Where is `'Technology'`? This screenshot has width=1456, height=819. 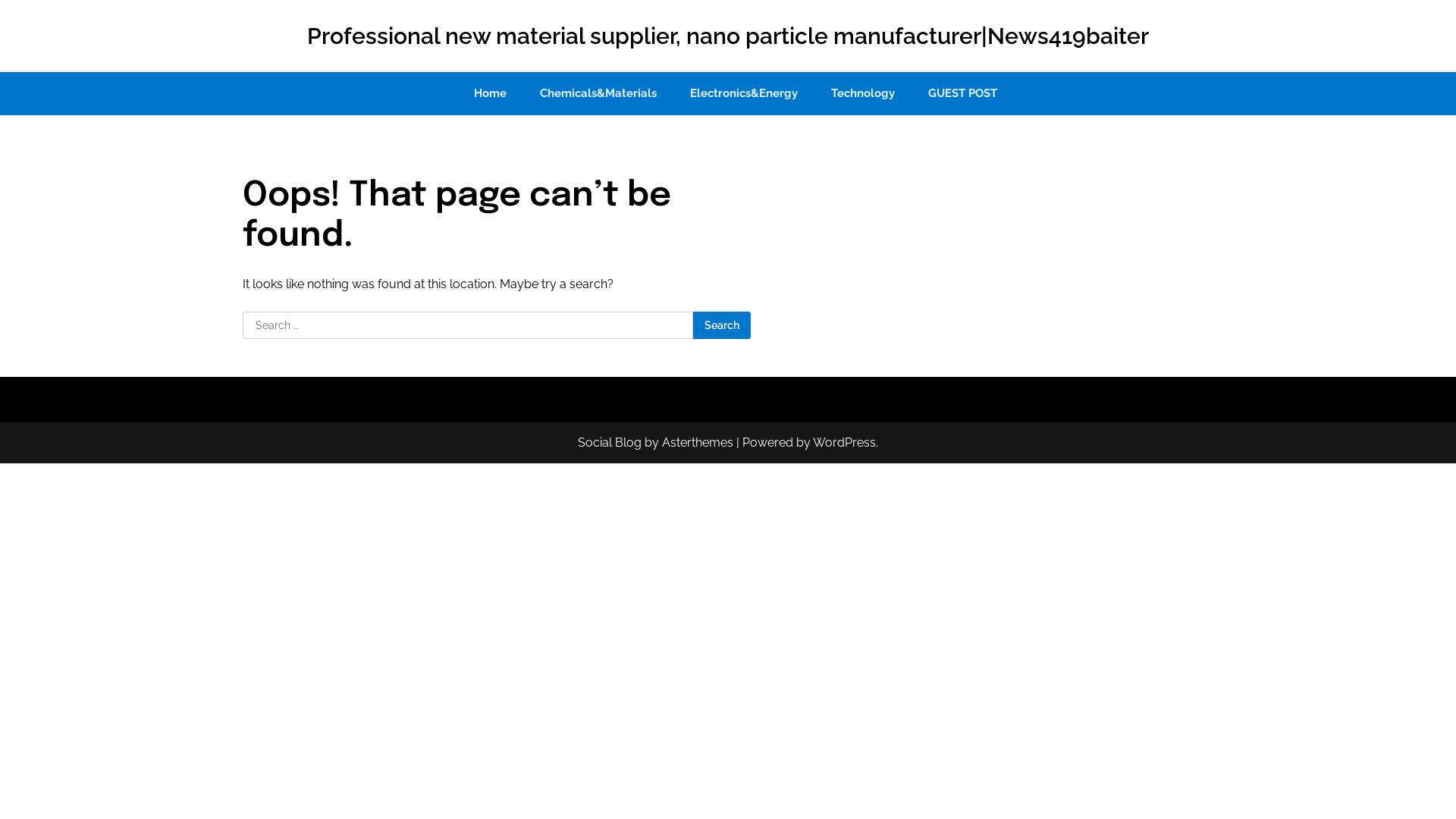
'Technology' is located at coordinates (862, 93).